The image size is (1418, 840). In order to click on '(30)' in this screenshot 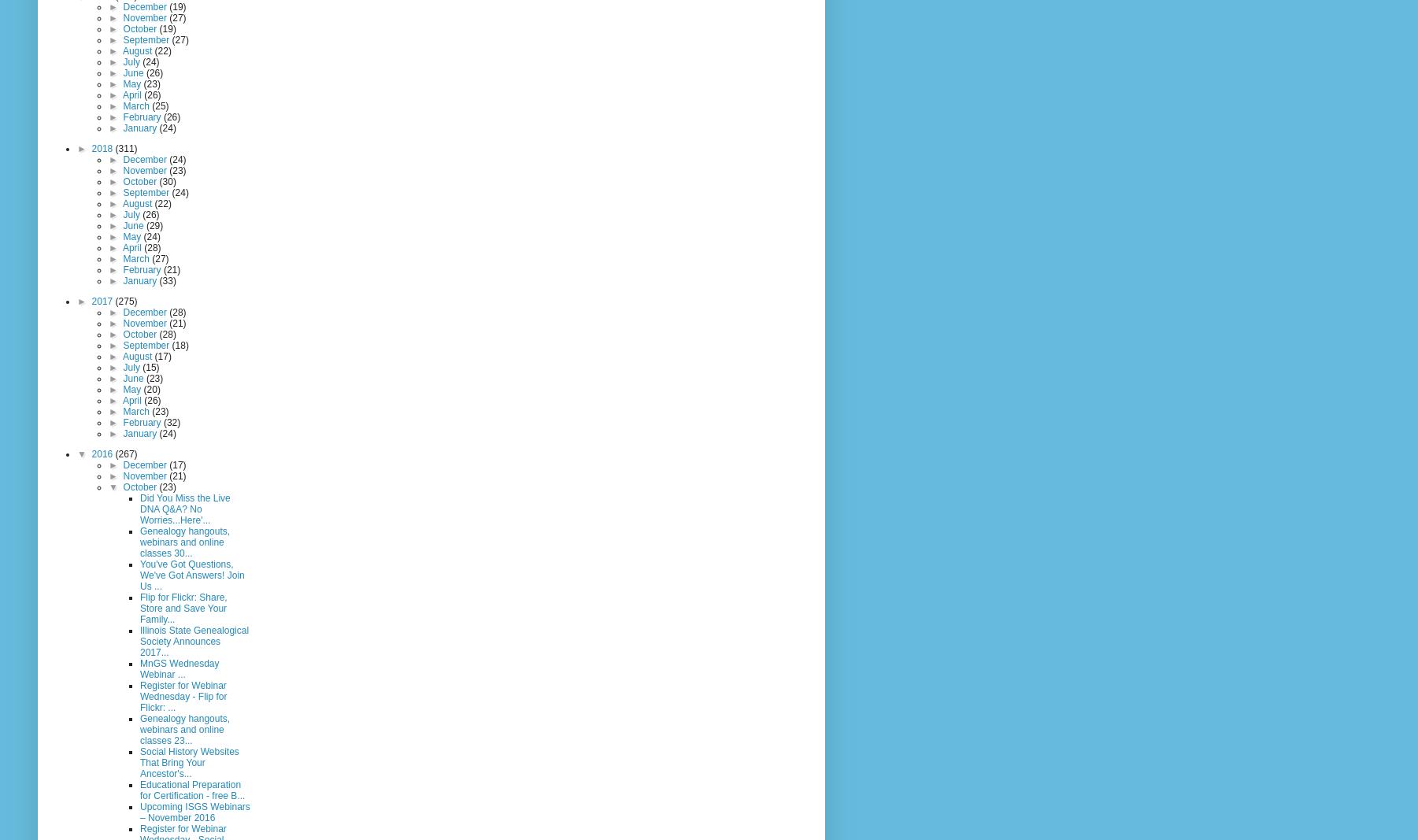, I will do `click(166, 181)`.